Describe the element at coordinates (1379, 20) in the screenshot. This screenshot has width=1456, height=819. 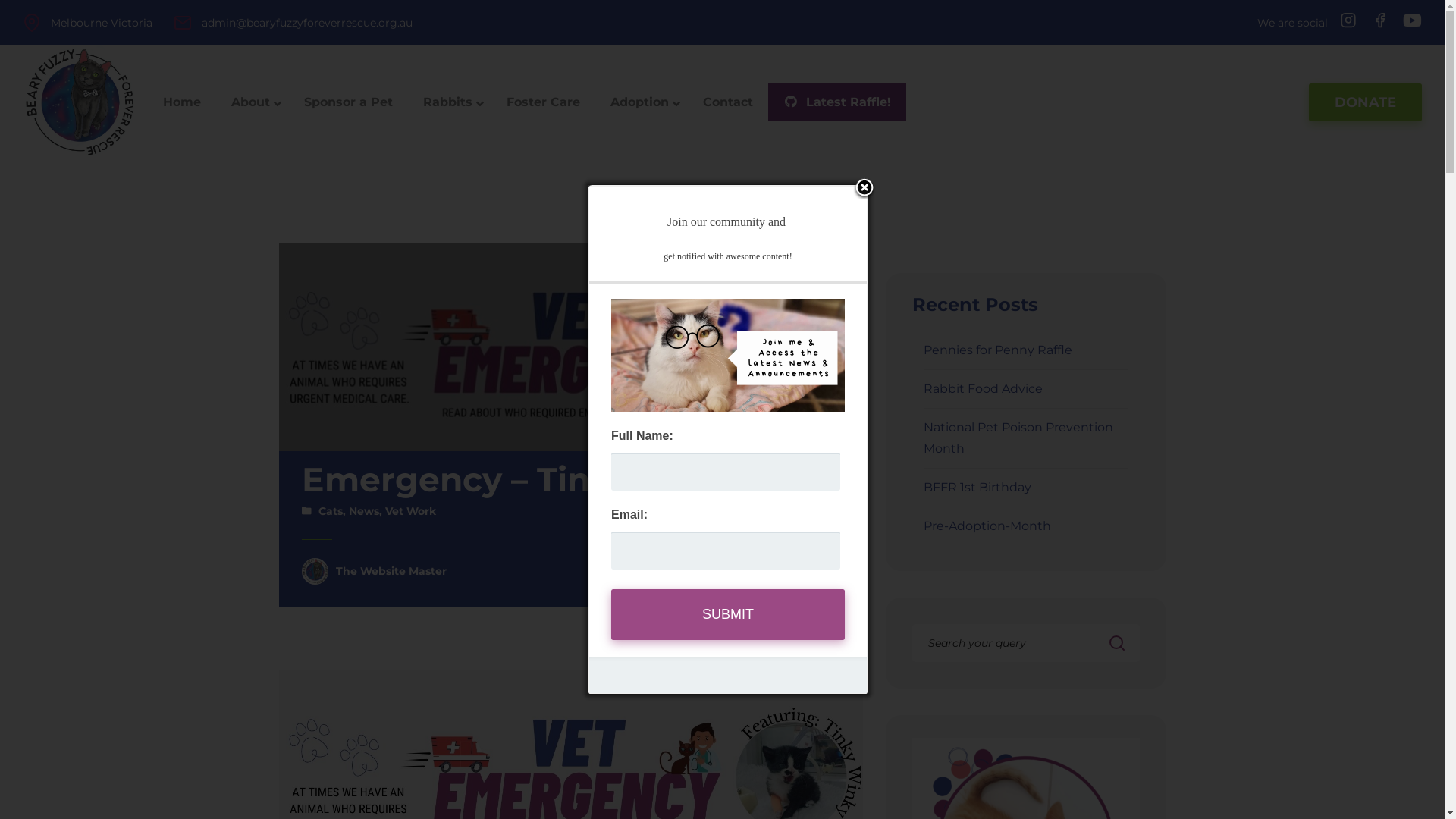
I see `'Facebook'` at that location.